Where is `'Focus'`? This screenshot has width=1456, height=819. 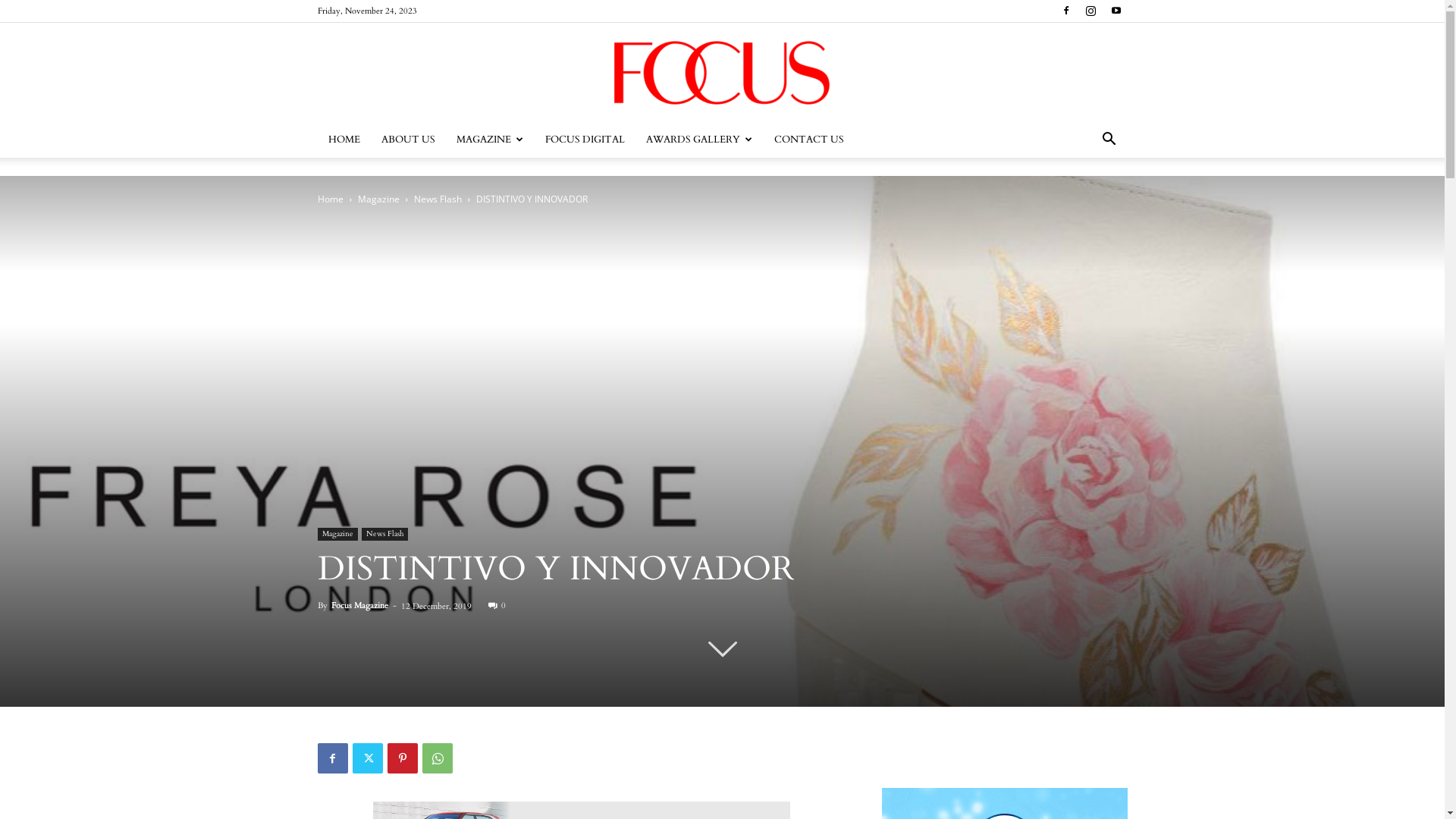 'Focus' is located at coordinates (720, 73).